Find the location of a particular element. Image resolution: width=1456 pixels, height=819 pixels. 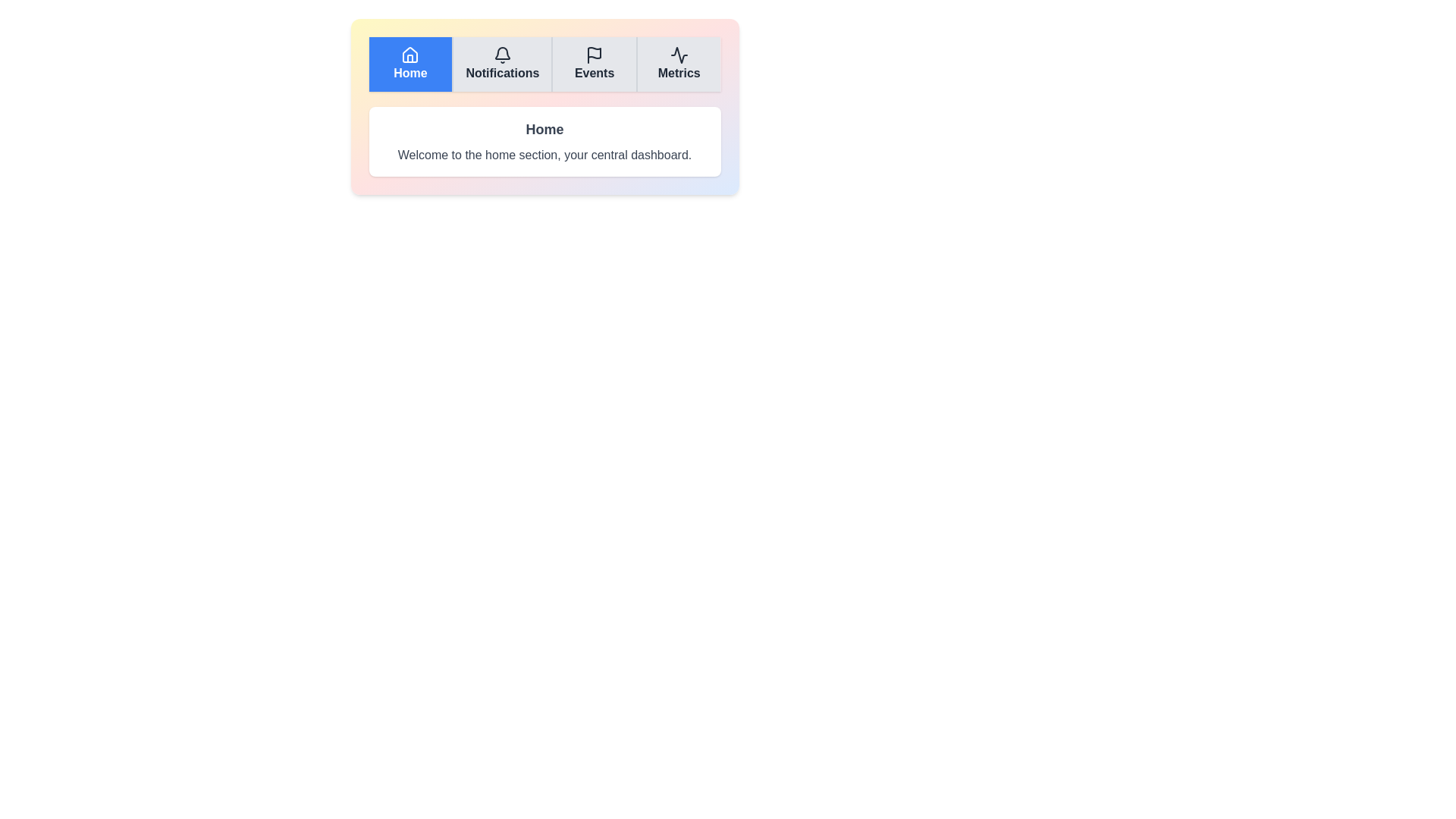

the Metrics tab is located at coordinates (677, 63).